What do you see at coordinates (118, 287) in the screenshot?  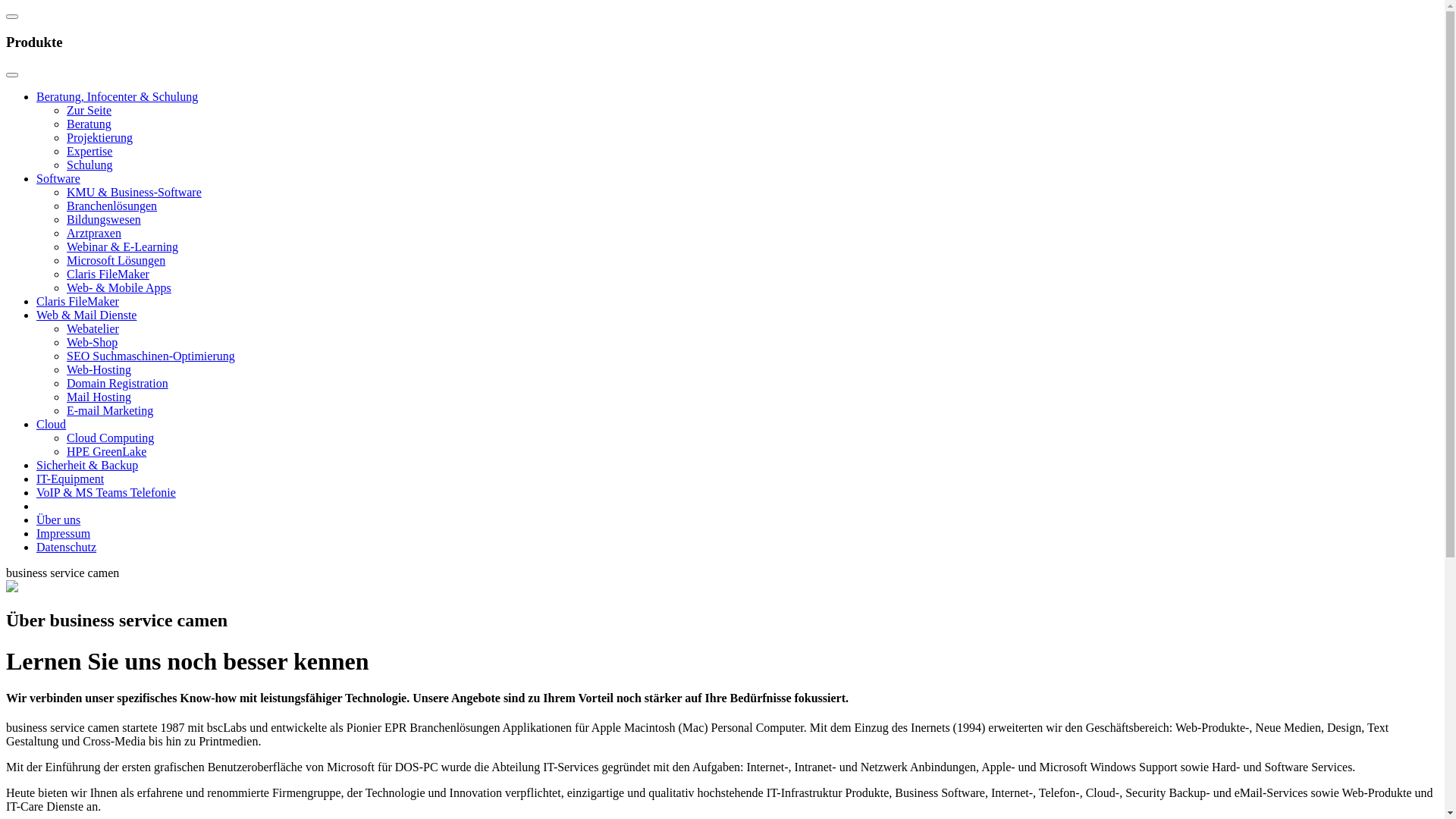 I see `'Web- & Mobile Apps'` at bounding box center [118, 287].